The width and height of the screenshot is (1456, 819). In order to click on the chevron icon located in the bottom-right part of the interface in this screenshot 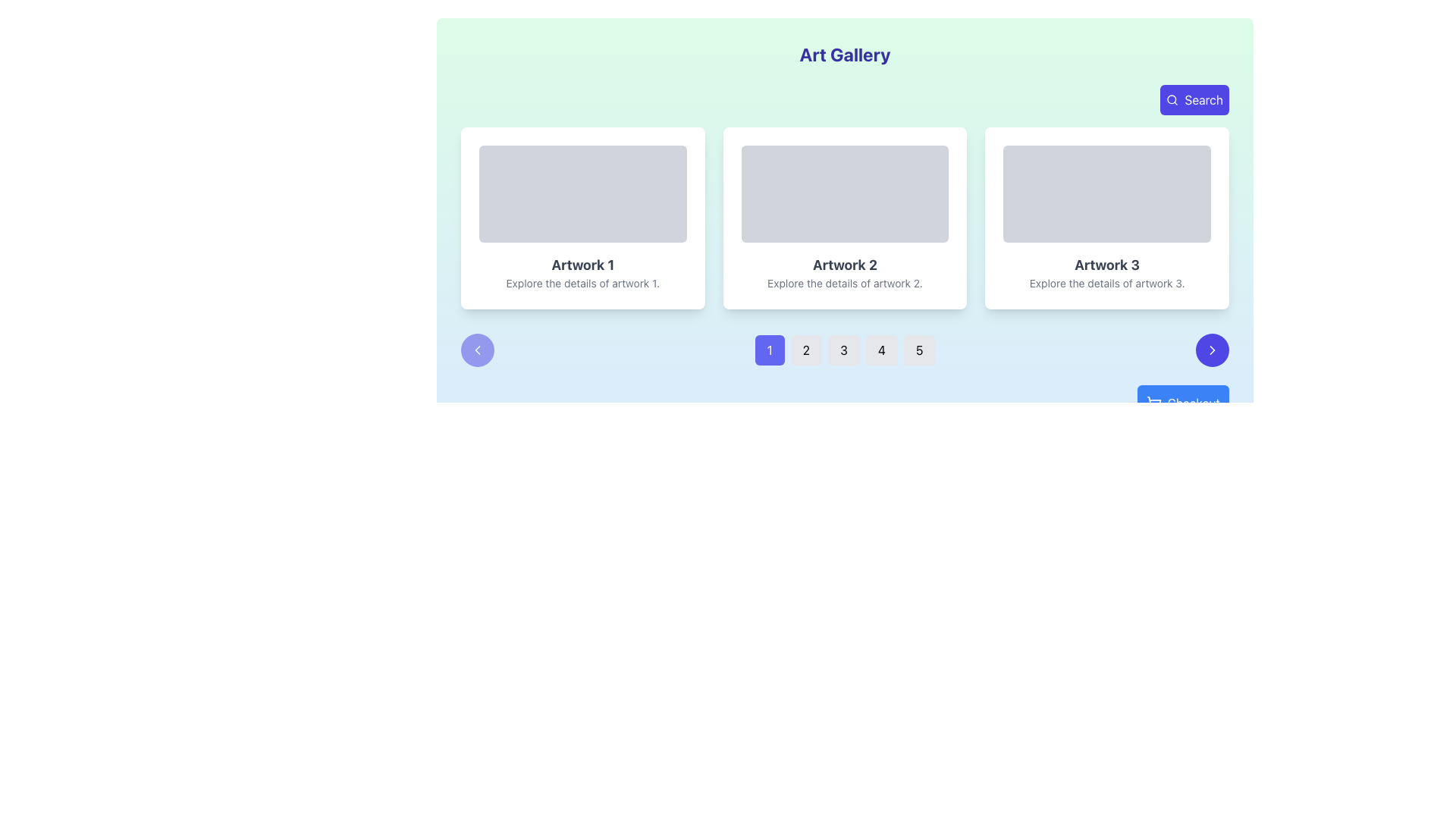, I will do `click(1211, 350)`.